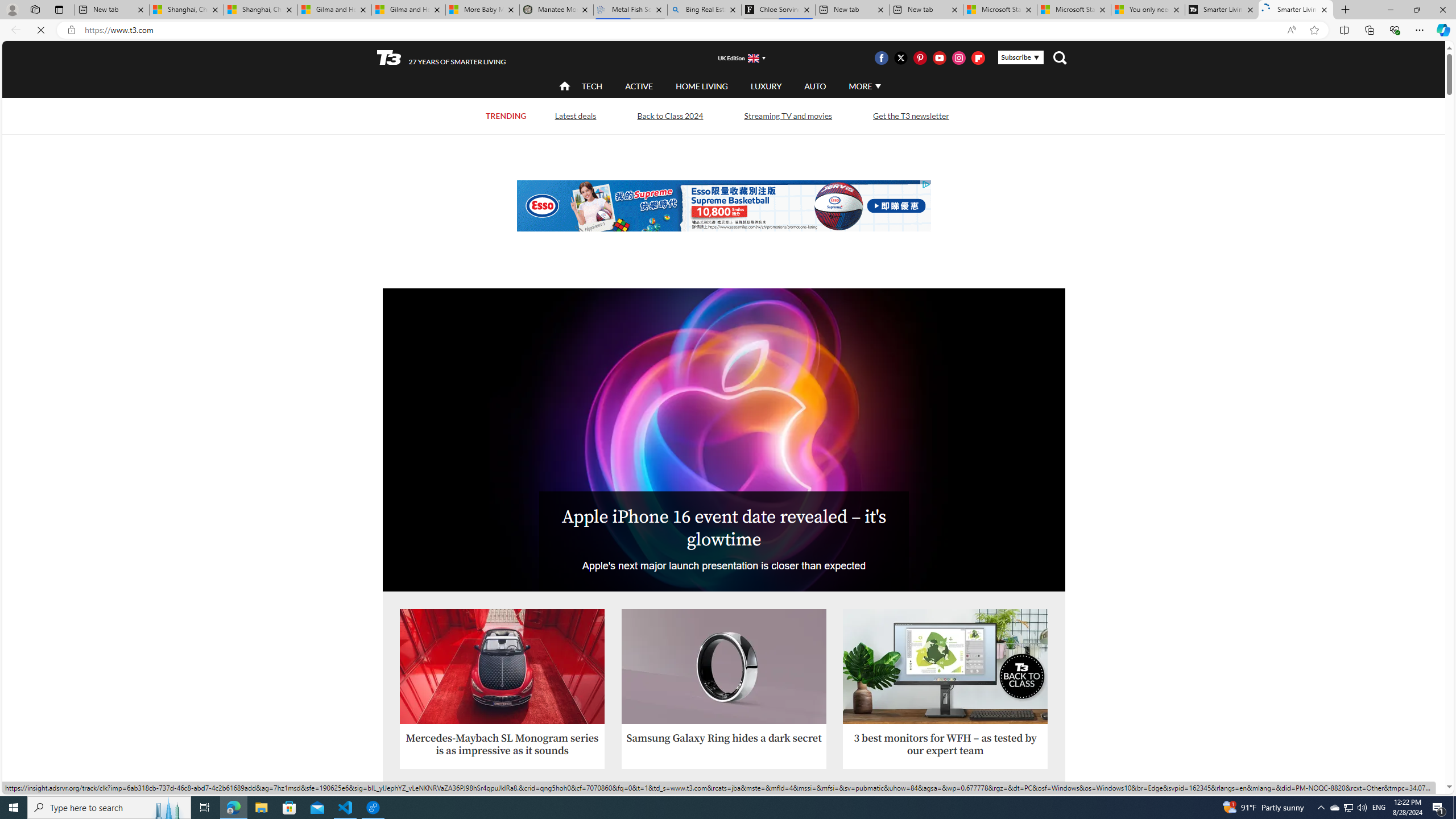 The height and width of the screenshot is (819, 1456). I want to click on 'Get the T3 newsletter', so click(911, 115).